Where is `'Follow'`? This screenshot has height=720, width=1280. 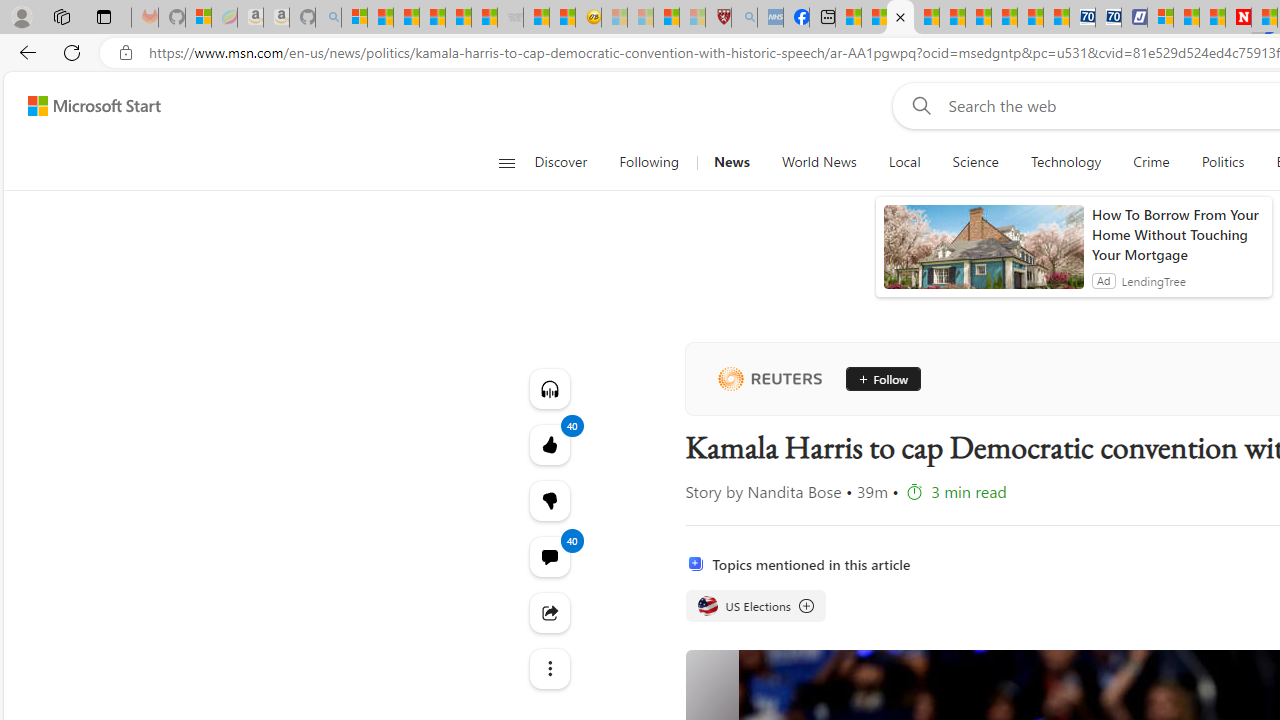
'Follow' is located at coordinates (882, 379).